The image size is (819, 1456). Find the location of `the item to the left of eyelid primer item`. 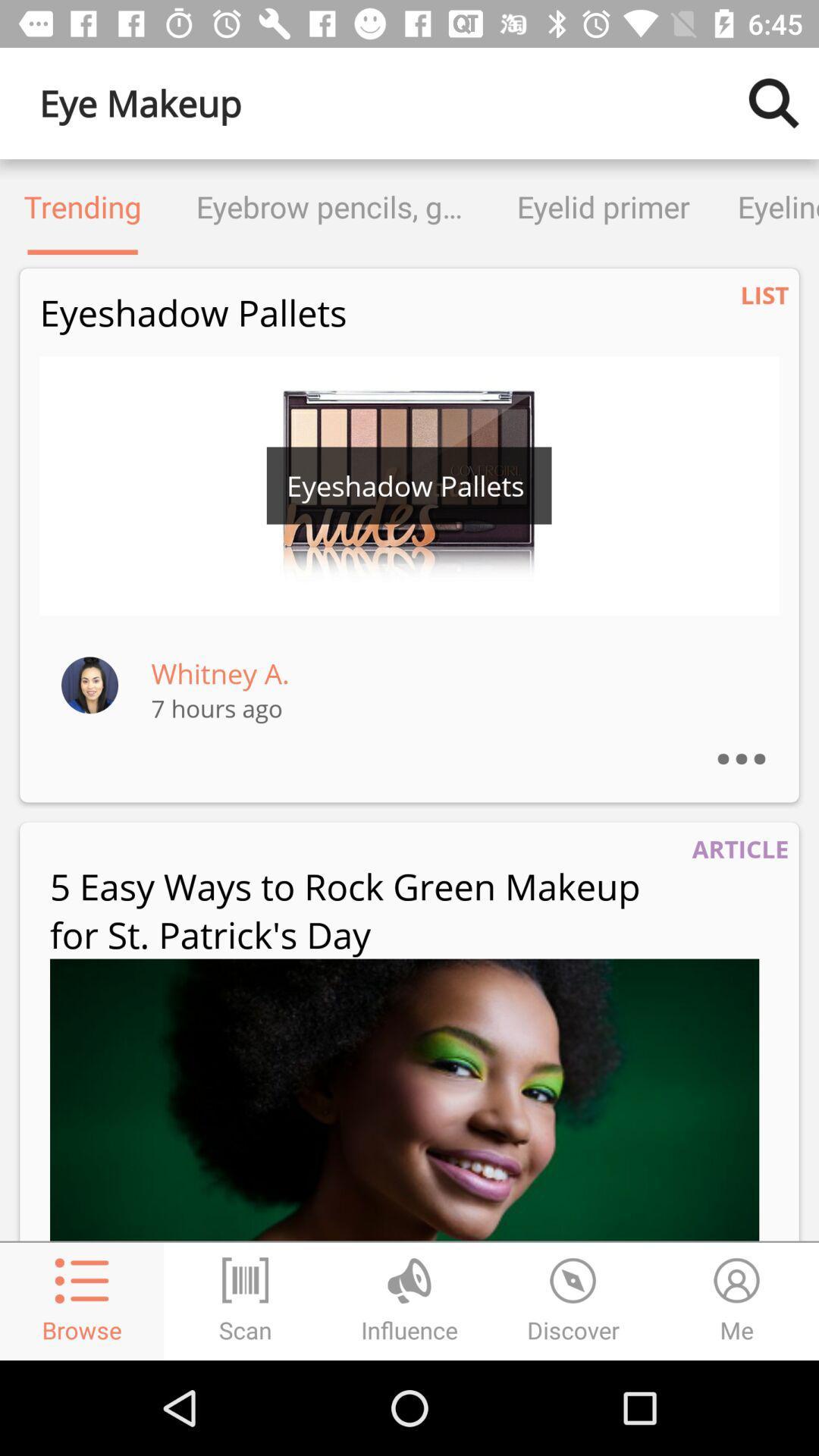

the item to the left of eyelid primer item is located at coordinates (328, 206).